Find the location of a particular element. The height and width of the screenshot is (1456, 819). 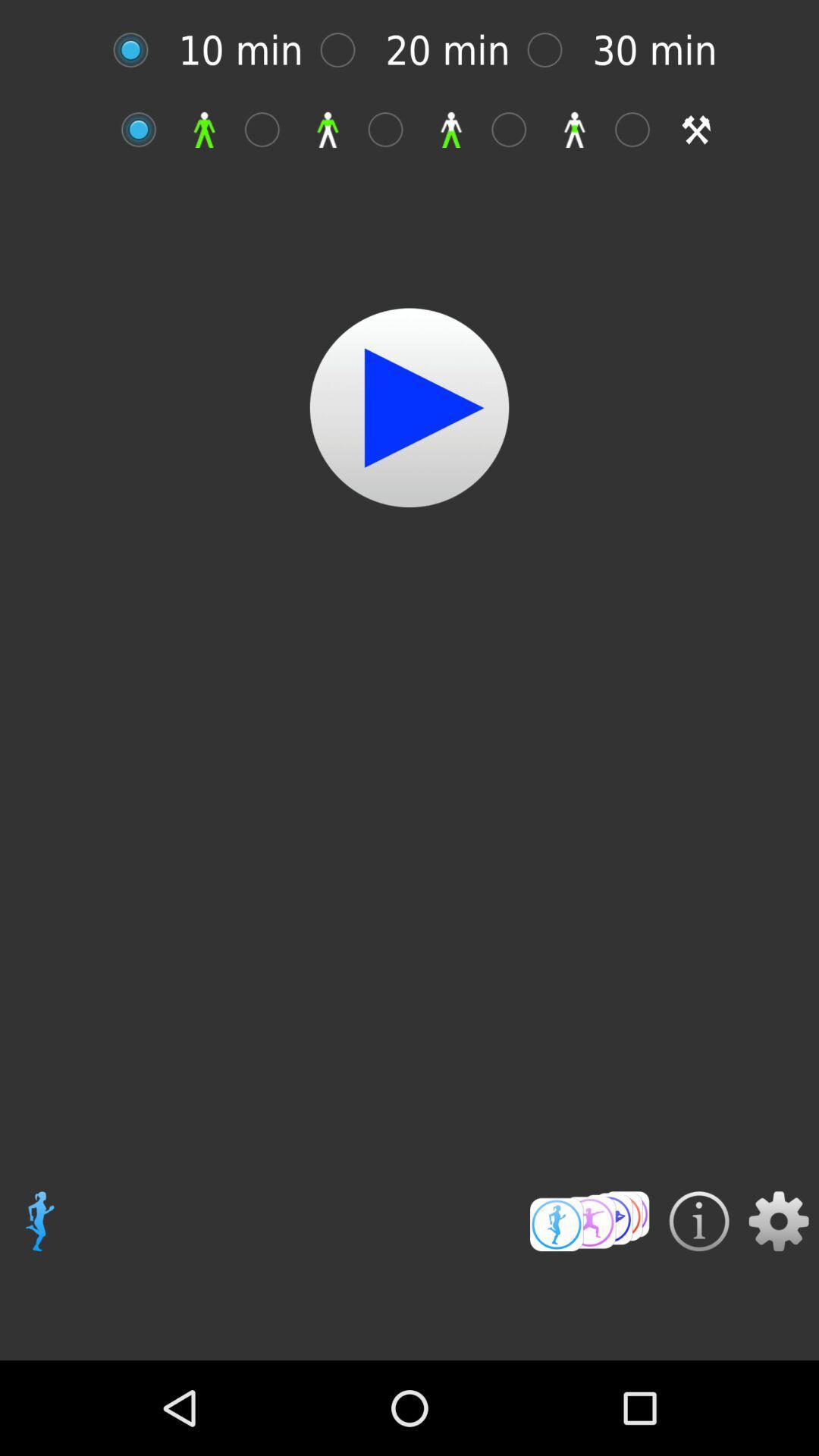

set the time 20 mins to work out is located at coordinates (345, 50).